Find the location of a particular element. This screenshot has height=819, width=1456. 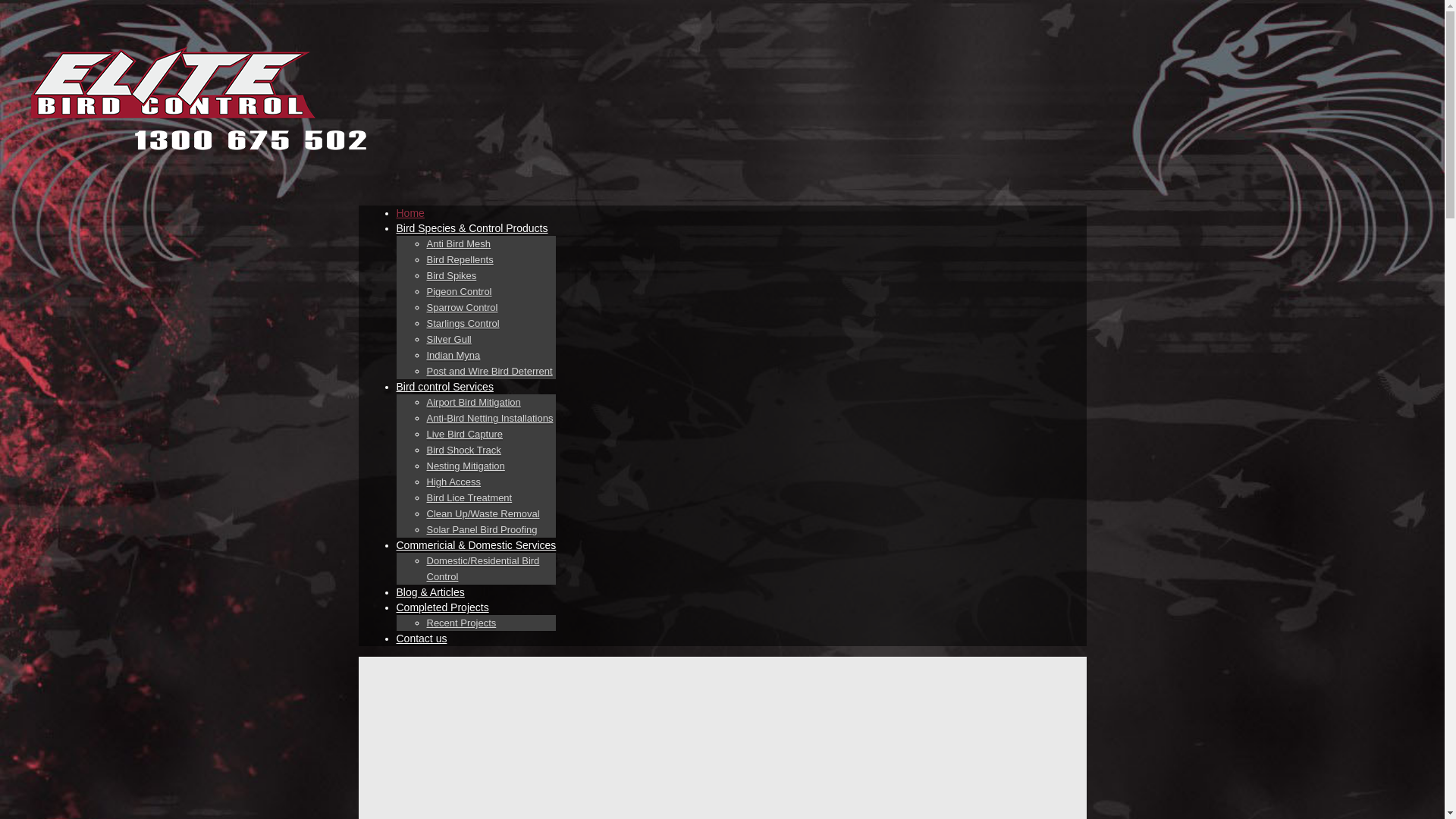

'Completed Projects' is located at coordinates (441, 607).